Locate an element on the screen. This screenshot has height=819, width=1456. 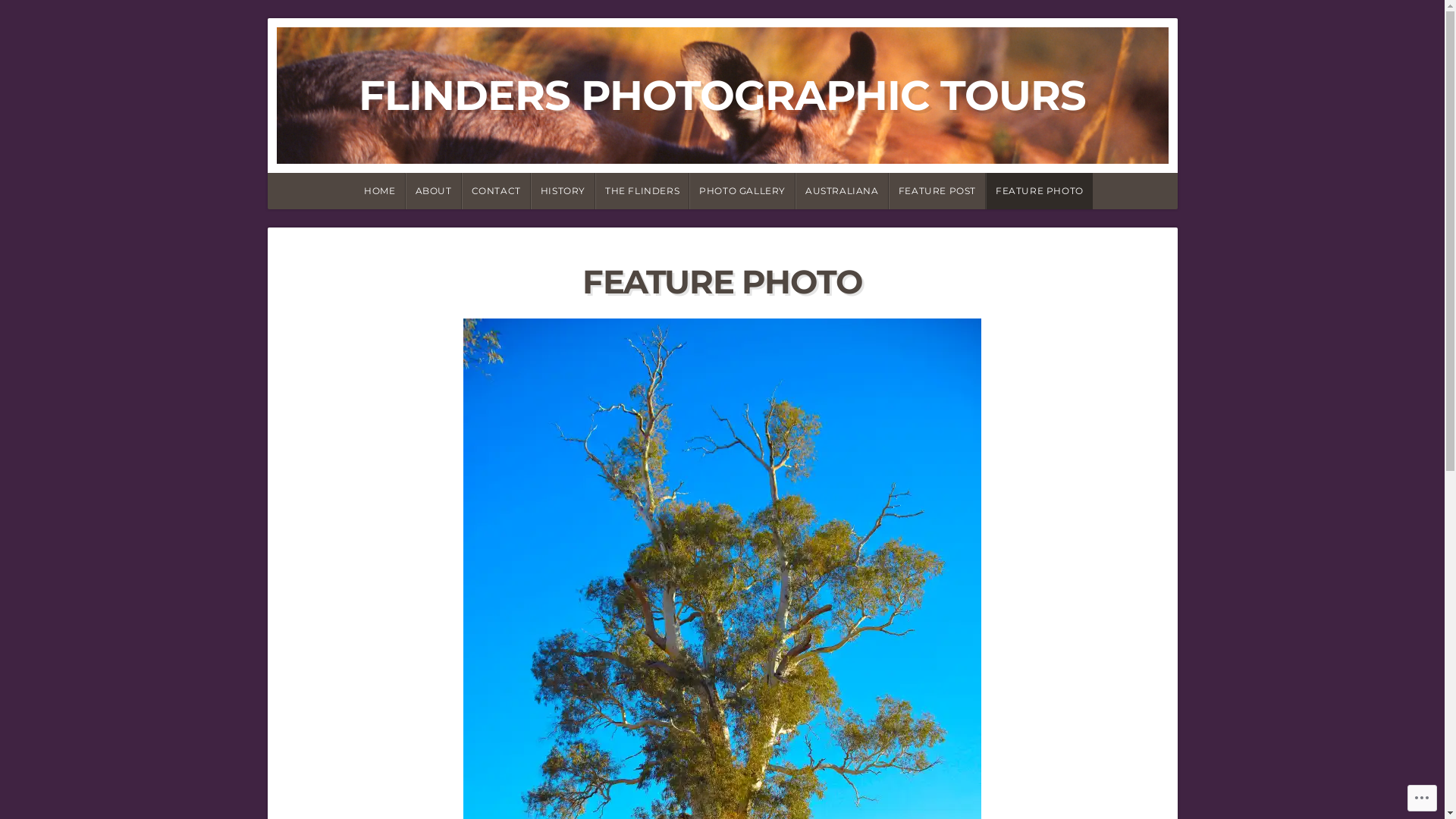
'FEATURE POST' is located at coordinates (888, 190).